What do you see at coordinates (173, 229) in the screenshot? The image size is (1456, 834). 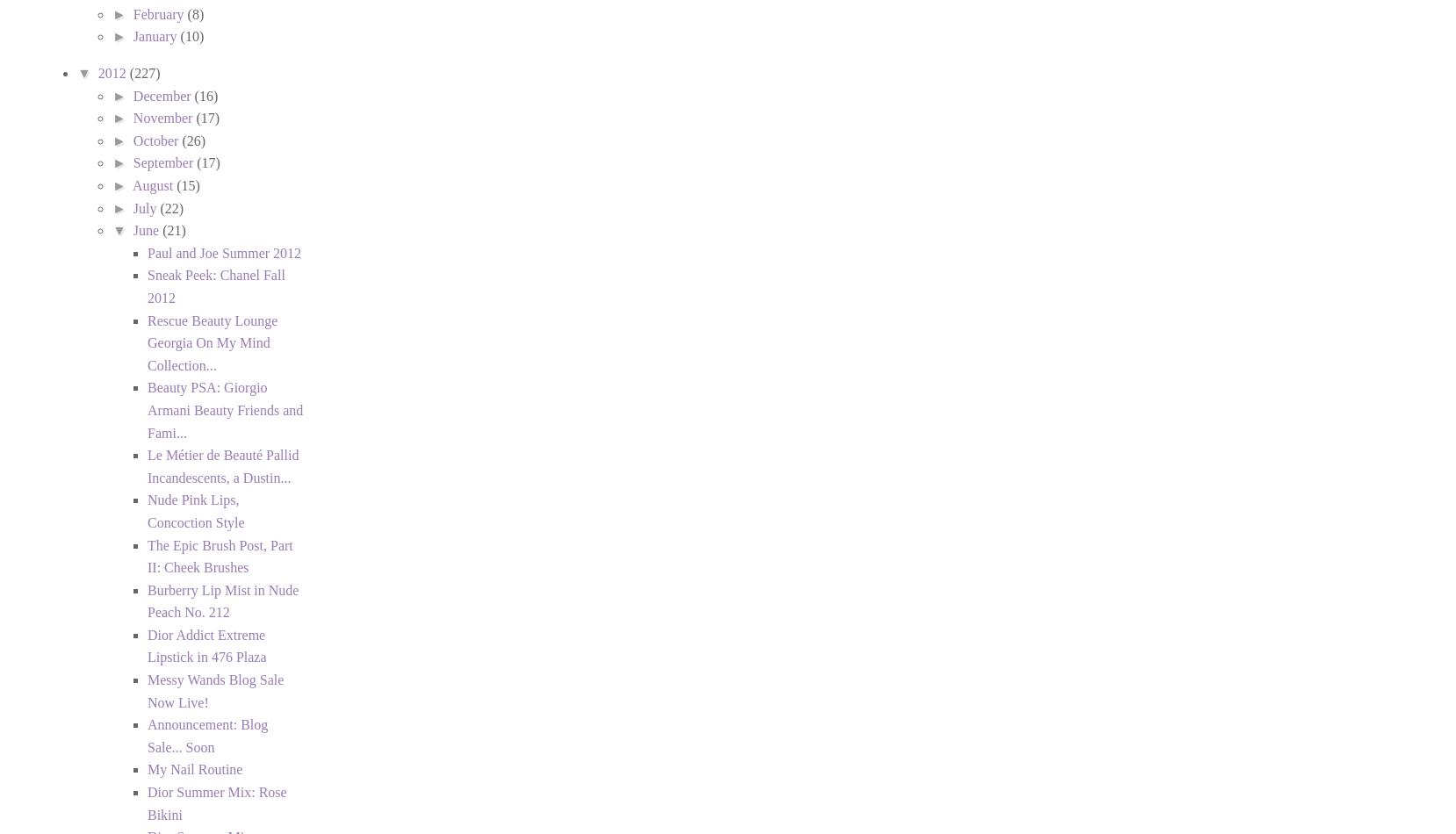 I see `'(21)'` at bounding box center [173, 229].